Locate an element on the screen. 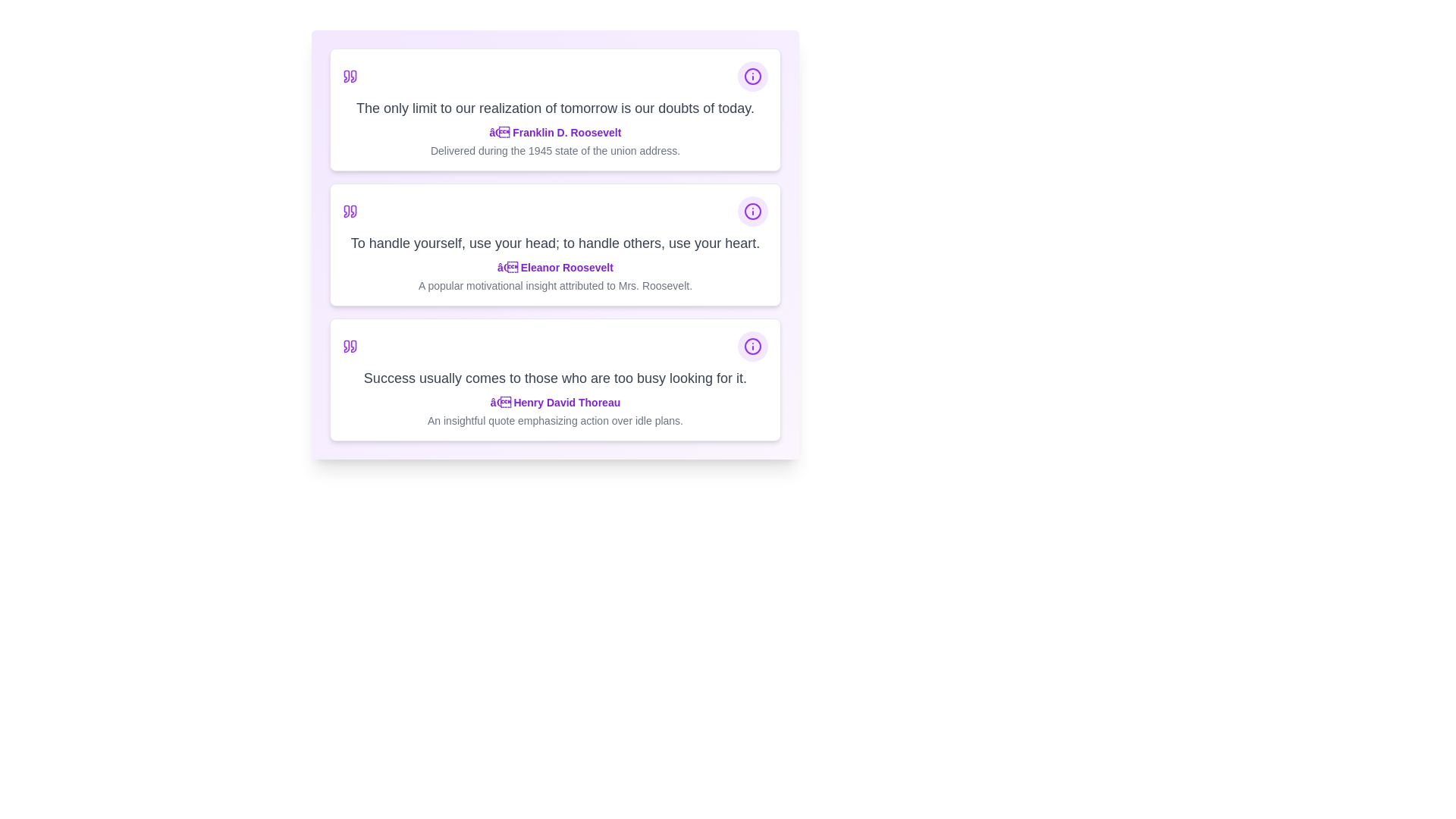 The height and width of the screenshot is (819, 1456). the styled text label reading 'â€” Franklin D. Roosevelt', which is a purple, bold attribution text positioned beneath a quote in the top card of three vertical quote cards is located at coordinates (554, 131).